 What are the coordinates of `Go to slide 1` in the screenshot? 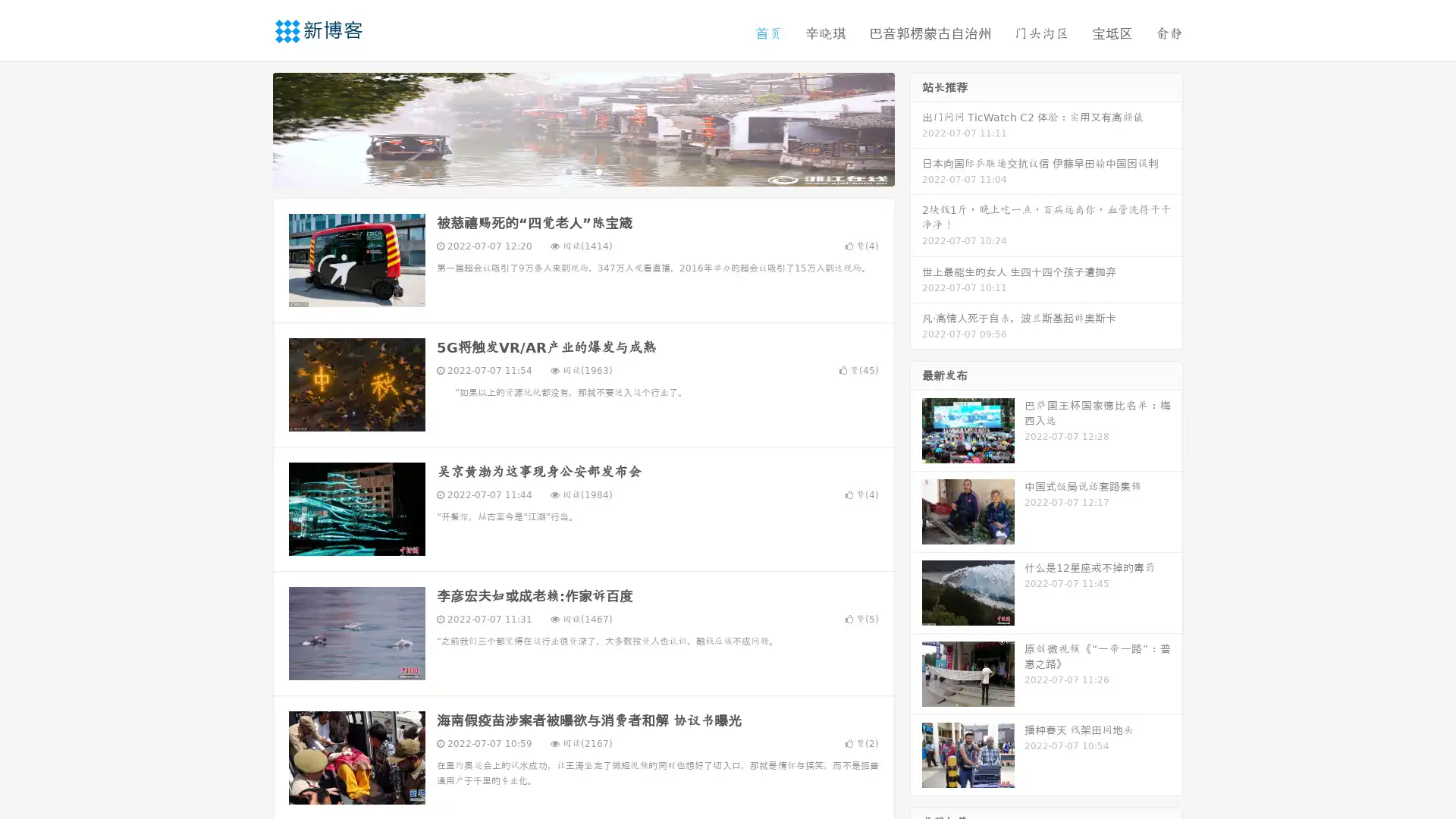 It's located at (567, 171).